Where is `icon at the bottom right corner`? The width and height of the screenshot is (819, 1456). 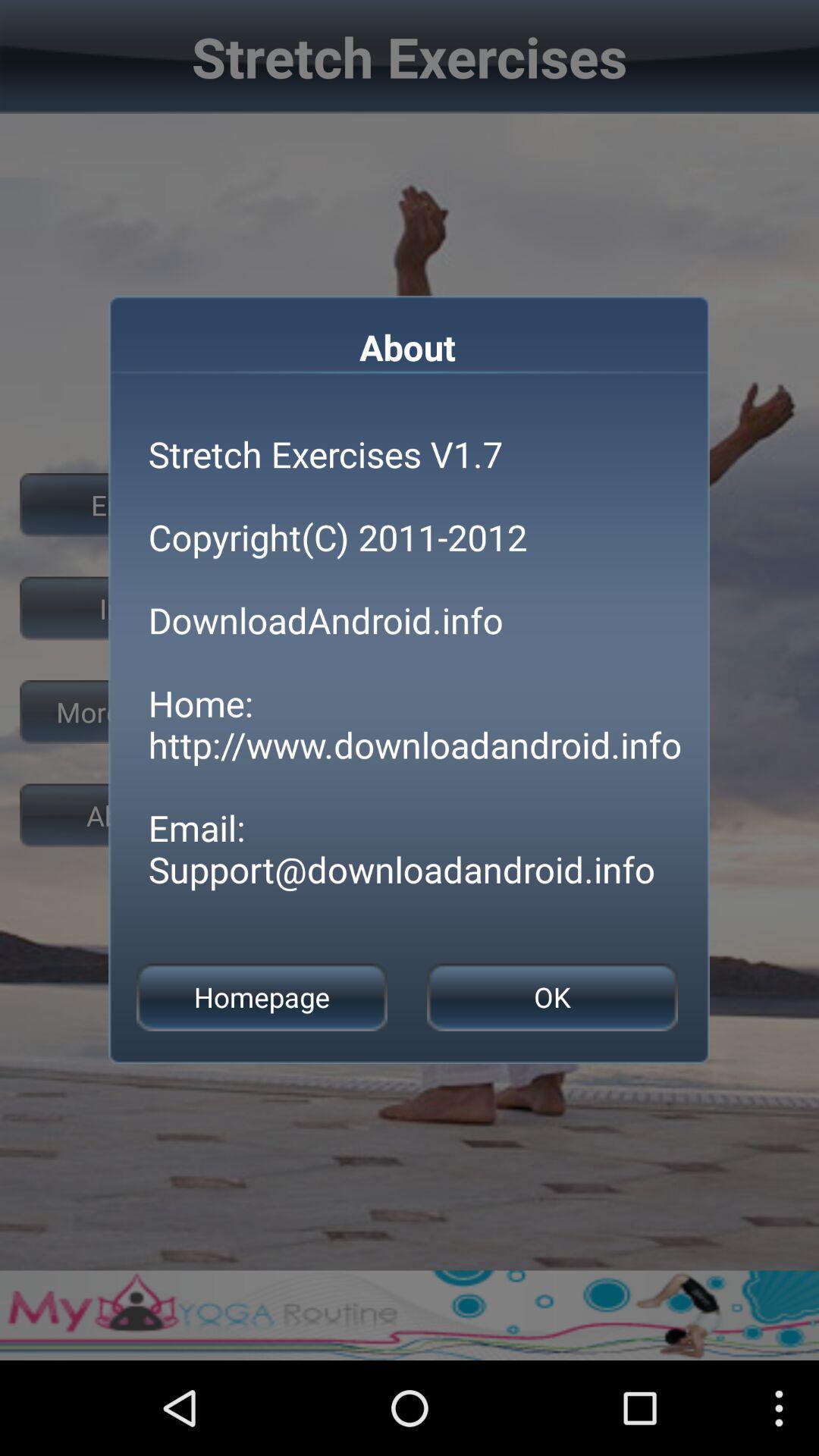 icon at the bottom right corner is located at coordinates (552, 997).